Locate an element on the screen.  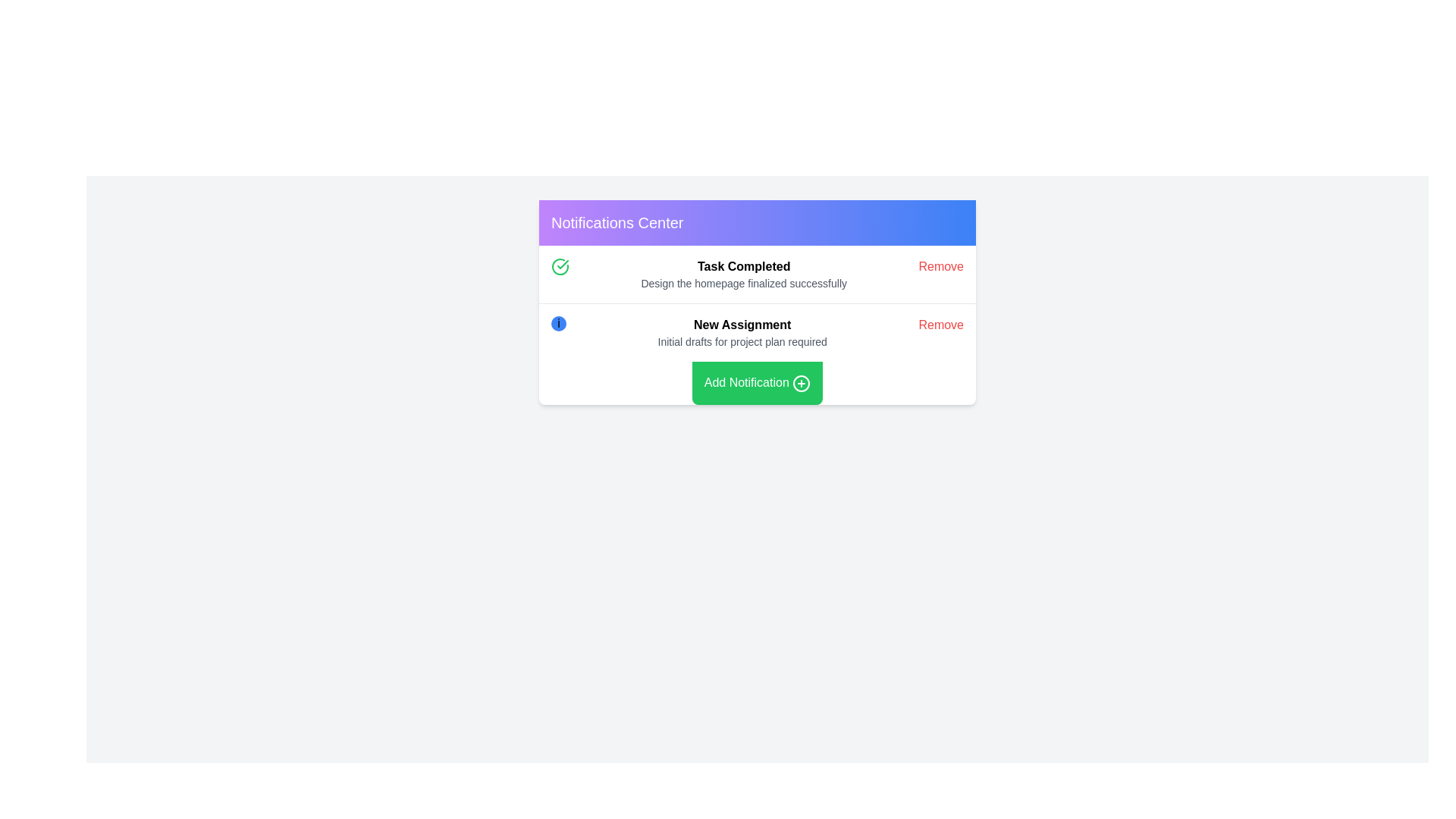
the Text Label that reads 'Design the homepage finalized successfully', which is styled in a lighter grey font and positioned directly below the 'Task Completed' label in the notification box is located at coordinates (744, 284).